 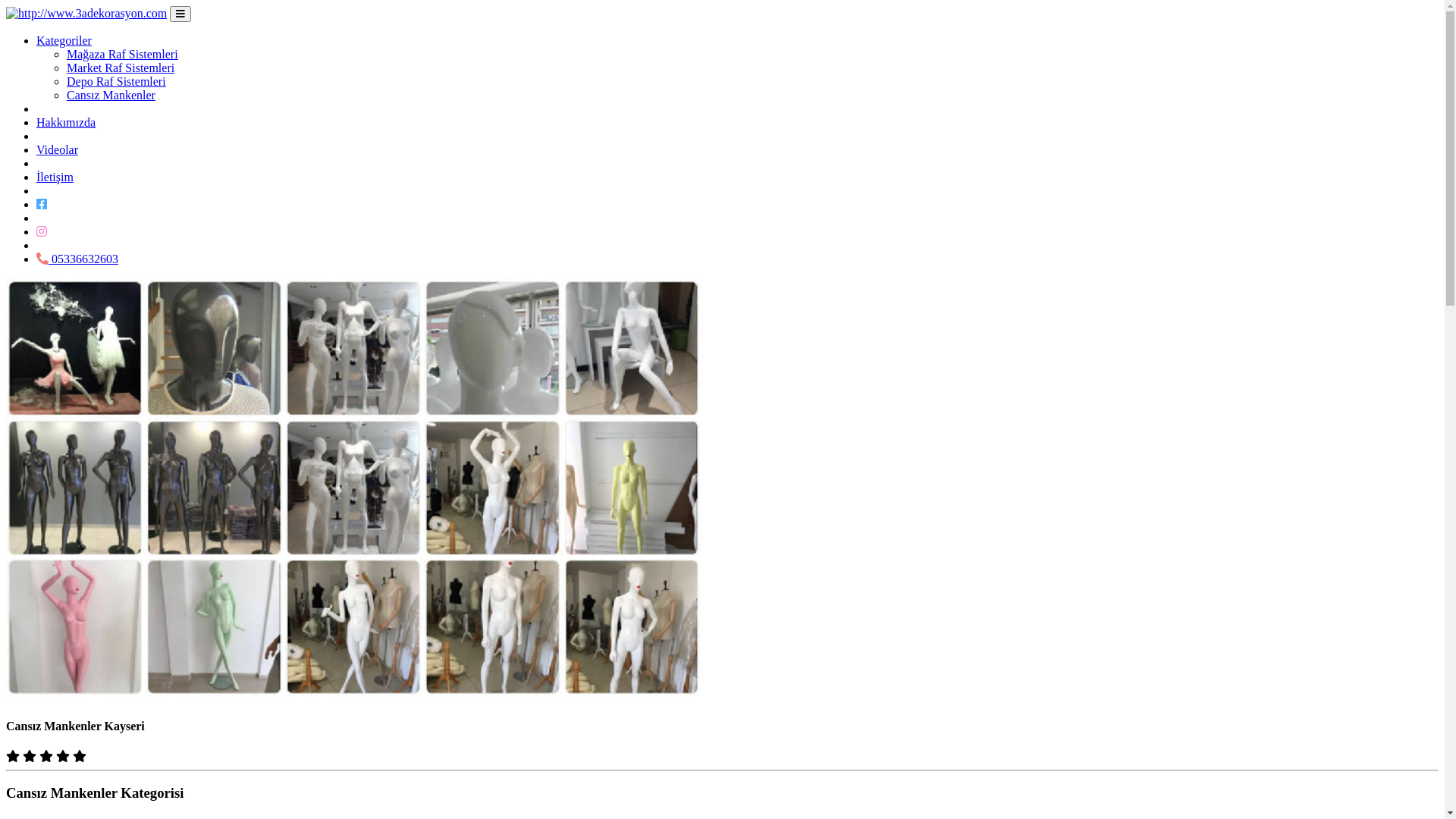 I want to click on '05336632603', so click(x=76, y=258).